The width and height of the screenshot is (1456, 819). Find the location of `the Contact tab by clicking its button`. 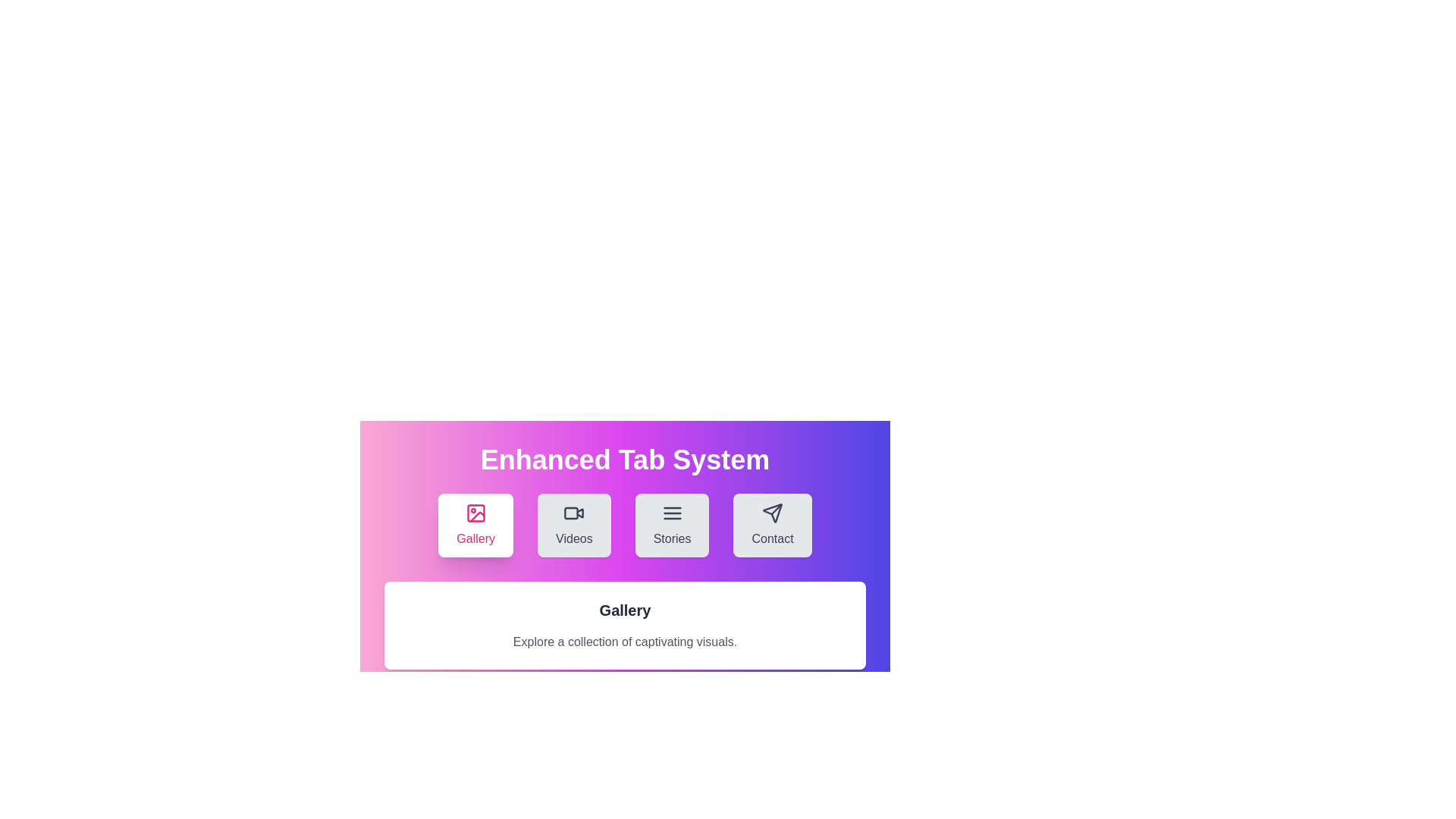

the Contact tab by clicking its button is located at coordinates (773, 525).